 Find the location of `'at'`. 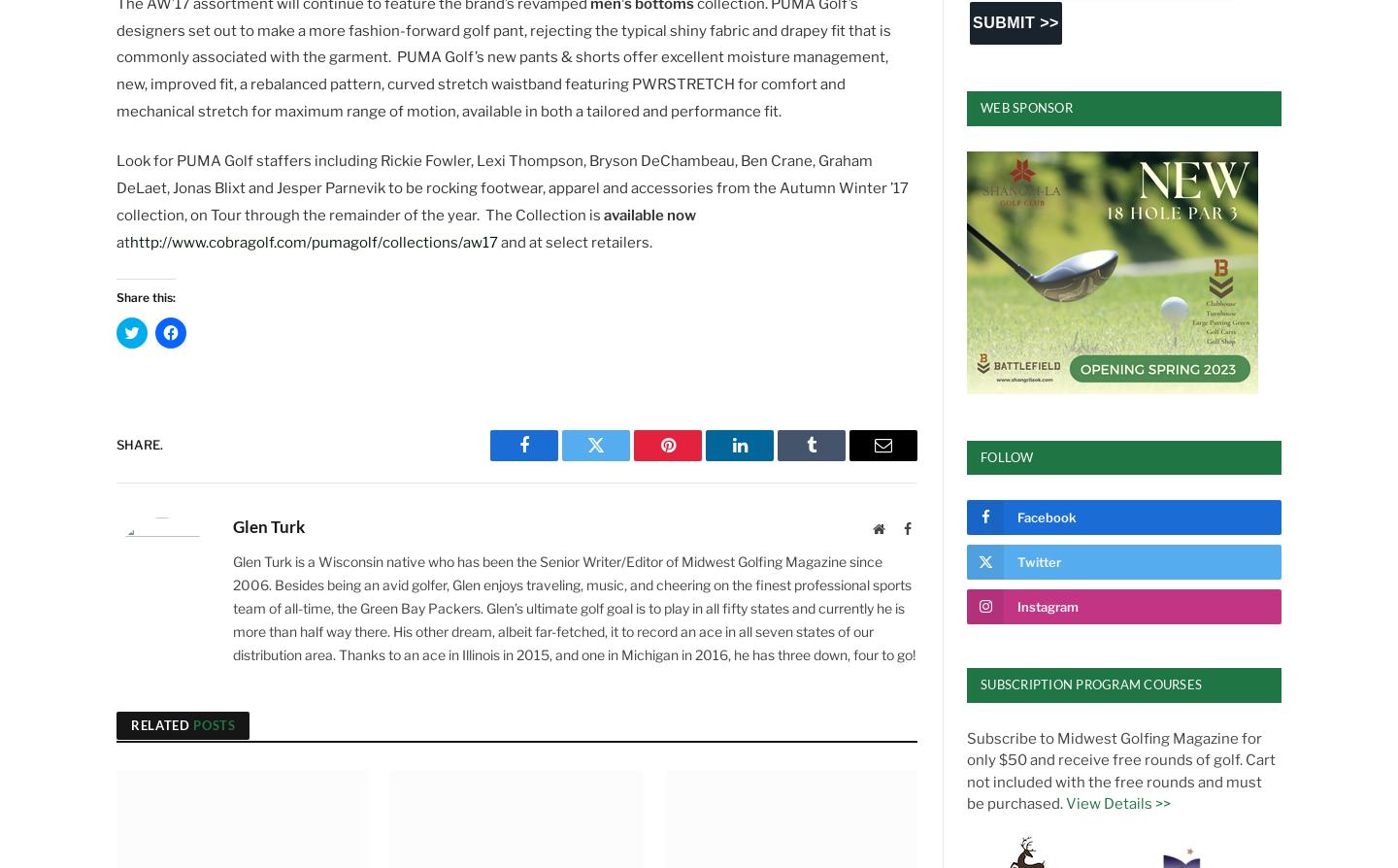

'at' is located at coordinates (122, 240).